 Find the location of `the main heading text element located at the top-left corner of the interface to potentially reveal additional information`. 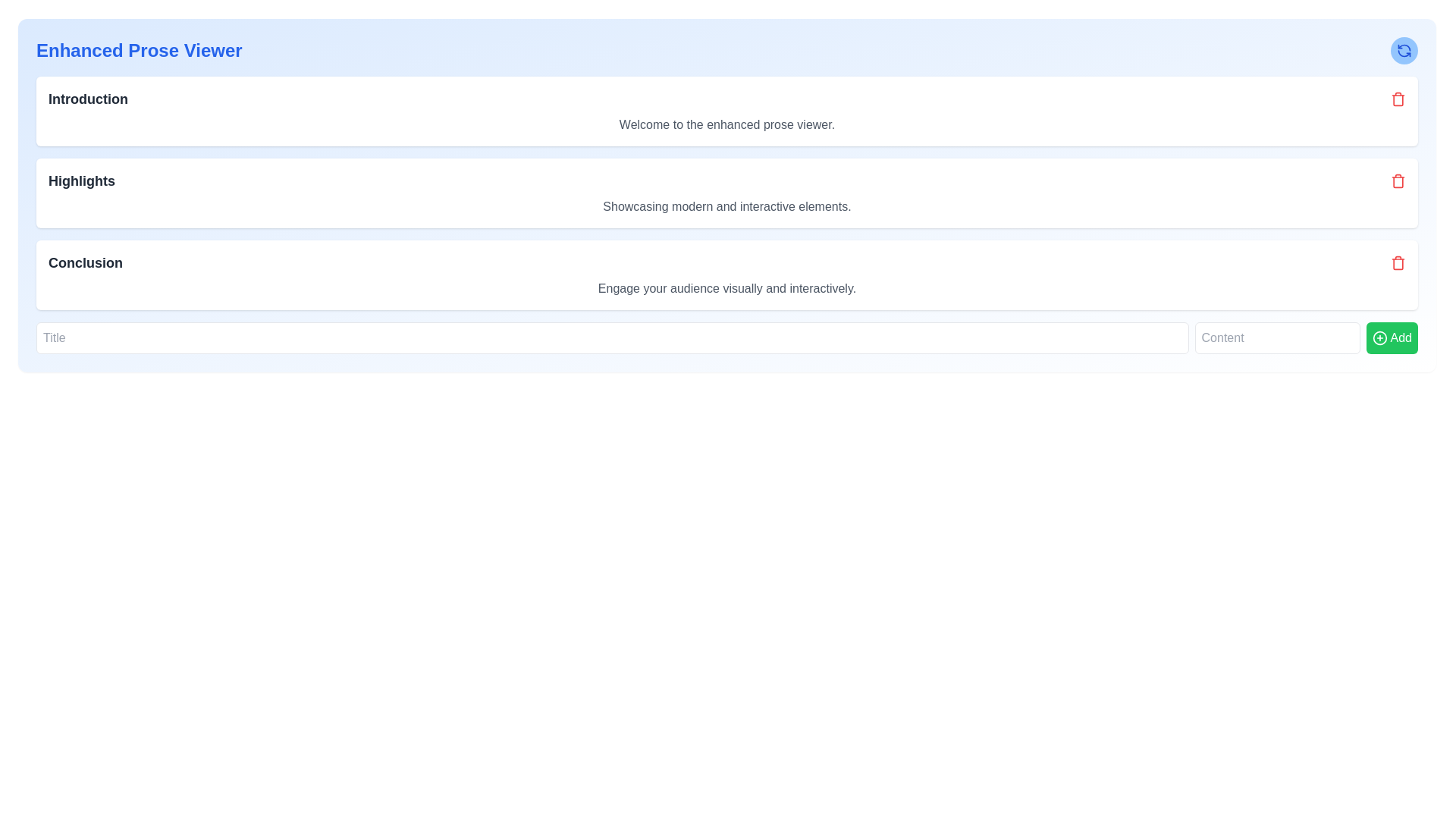

the main heading text element located at the top-left corner of the interface to potentially reveal additional information is located at coordinates (139, 49).